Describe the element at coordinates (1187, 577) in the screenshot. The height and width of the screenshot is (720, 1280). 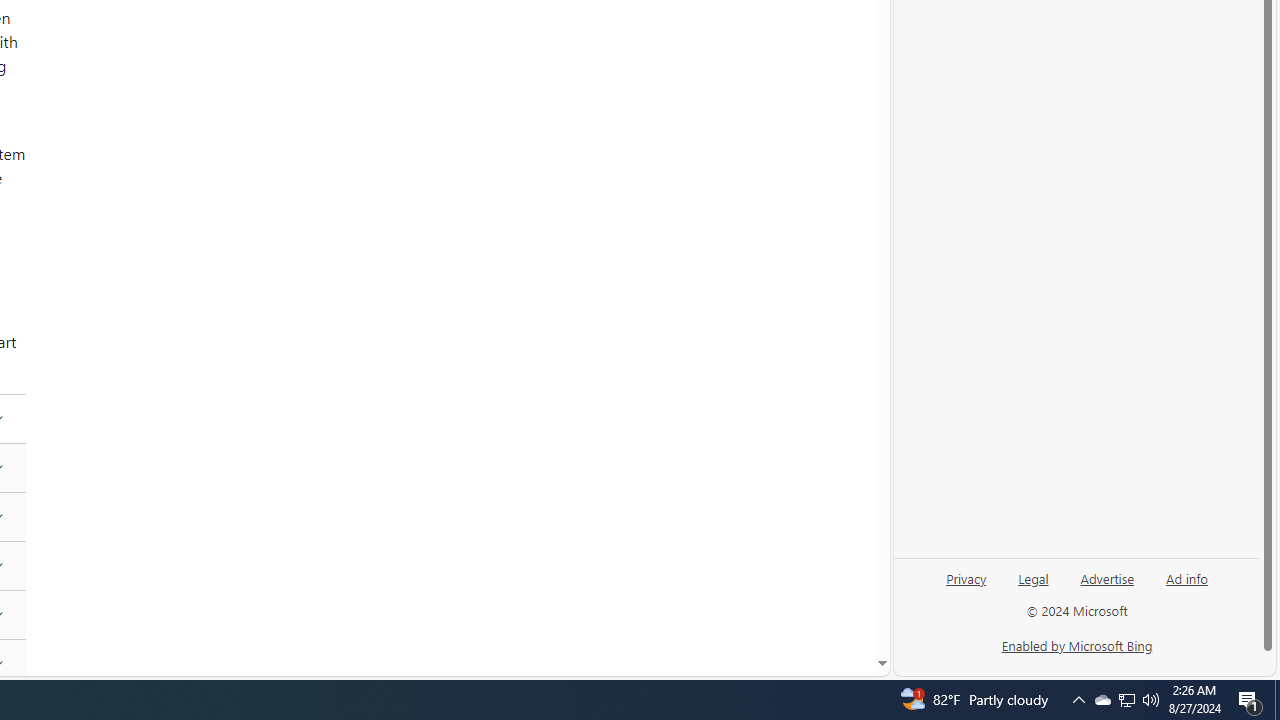
I see `'Ad info'` at that location.